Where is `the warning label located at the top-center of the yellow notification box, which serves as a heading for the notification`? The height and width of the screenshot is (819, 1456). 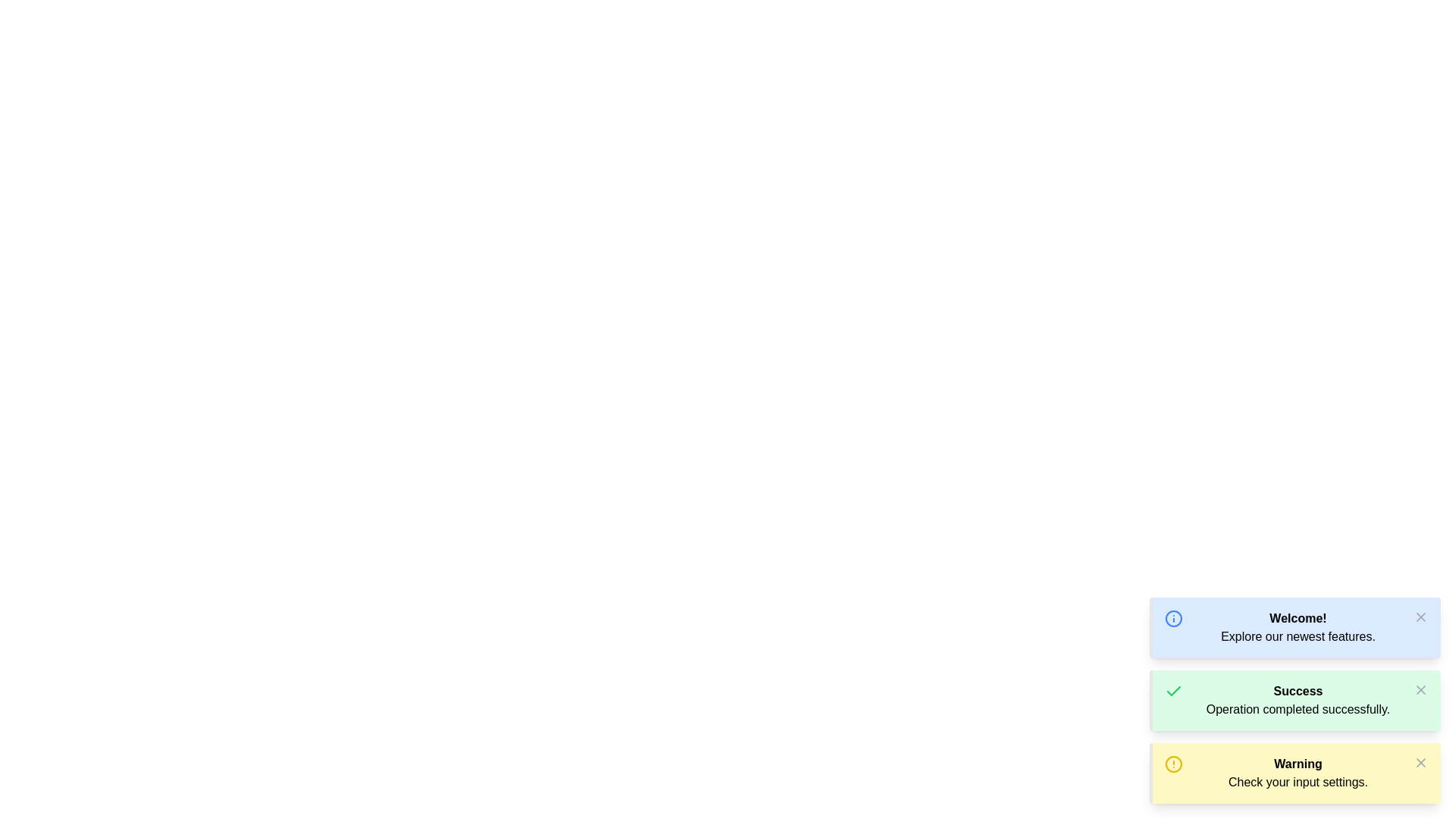 the warning label located at the top-center of the yellow notification box, which serves as a heading for the notification is located at coordinates (1298, 764).